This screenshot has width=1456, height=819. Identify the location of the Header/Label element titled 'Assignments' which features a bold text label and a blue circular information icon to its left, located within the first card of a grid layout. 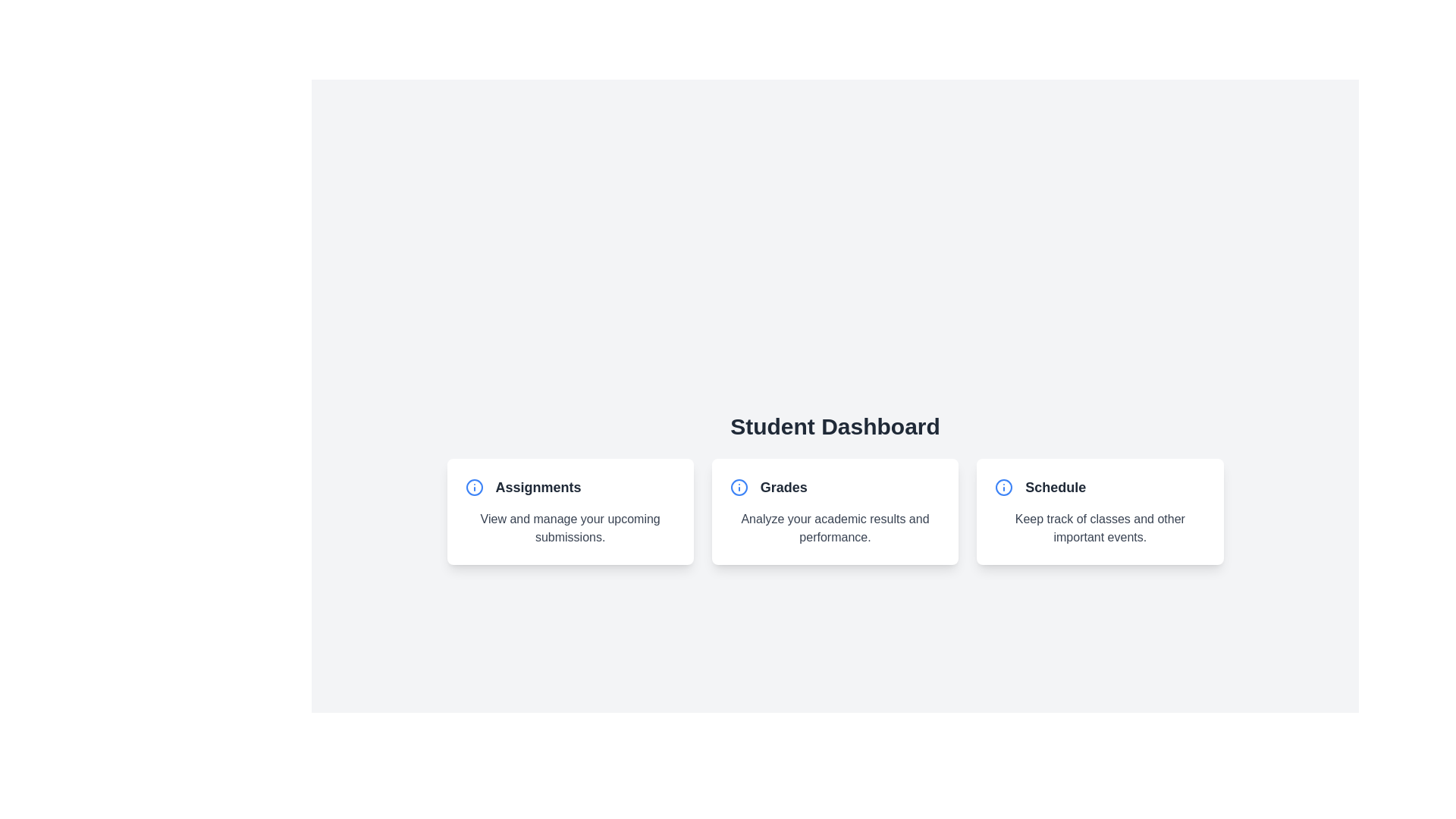
(570, 488).